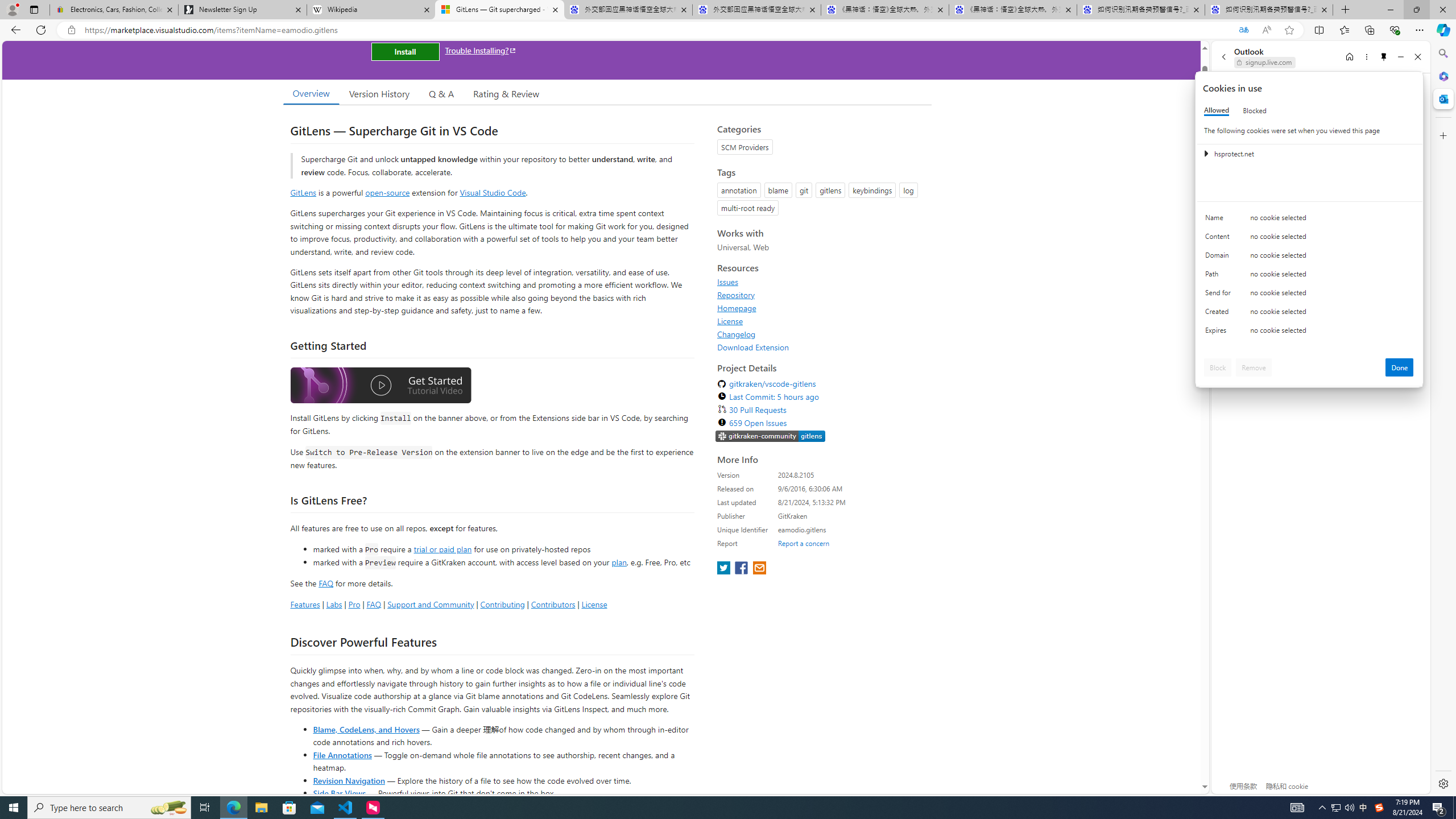 The width and height of the screenshot is (1456, 819). What do you see at coordinates (1215, 110) in the screenshot?
I see `'Allowed'` at bounding box center [1215, 110].